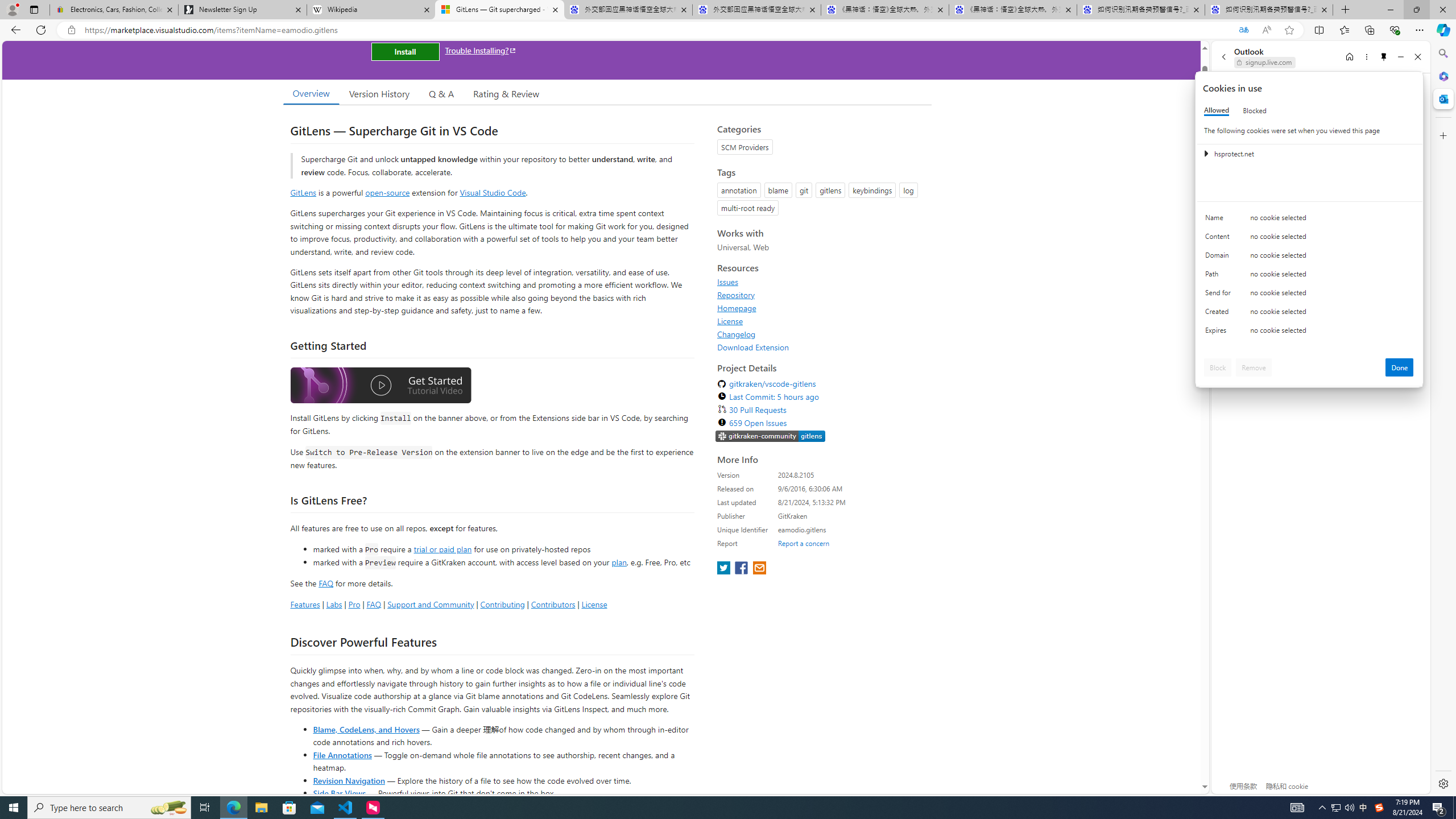 The width and height of the screenshot is (1456, 819). What do you see at coordinates (1215, 110) in the screenshot?
I see `'Allowed'` at bounding box center [1215, 110].